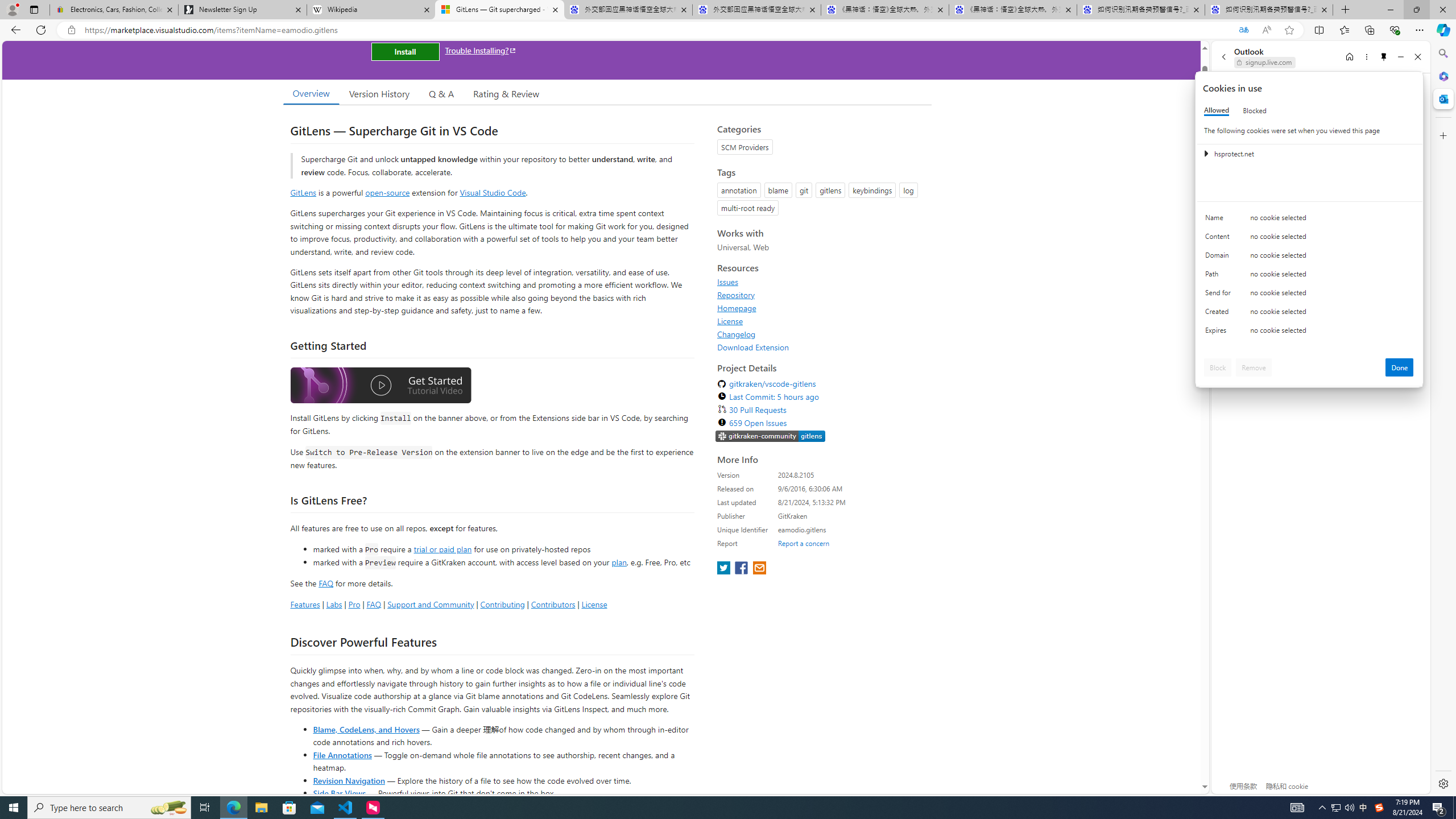 The width and height of the screenshot is (1456, 819). What do you see at coordinates (1215, 110) in the screenshot?
I see `'Allowed'` at bounding box center [1215, 110].